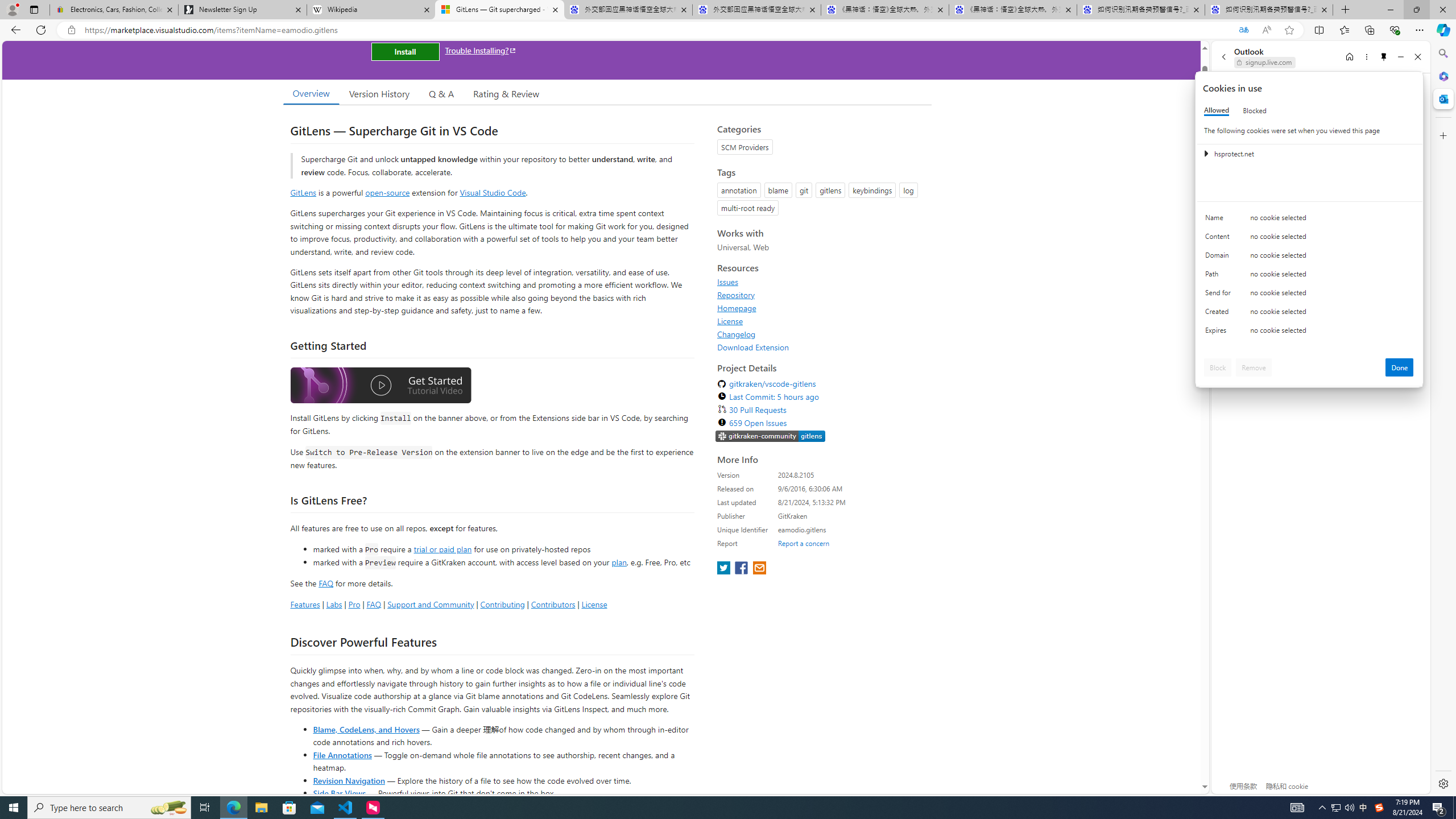 The width and height of the screenshot is (1456, 819). What do you see at coordinates (1215, 110) in the screenshot?
I see `'Allowed'` at bounding box center [1215, 110].